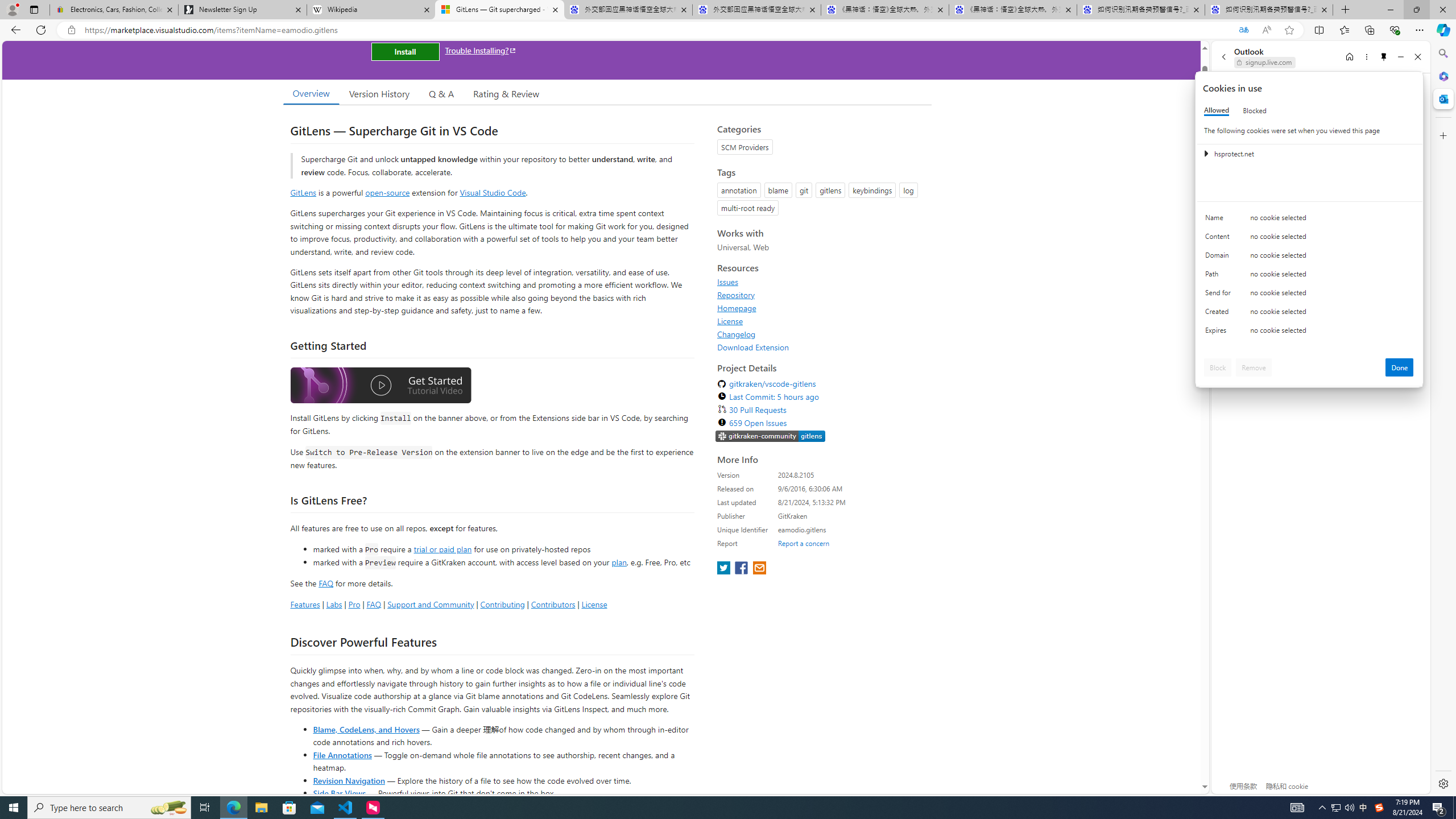 The width and height of the screenshot is (1456, 819). What do you see at coordinates (1215, 110) in the screenshot?
I see `'Allowed'` at bounding box center [1215, 110].